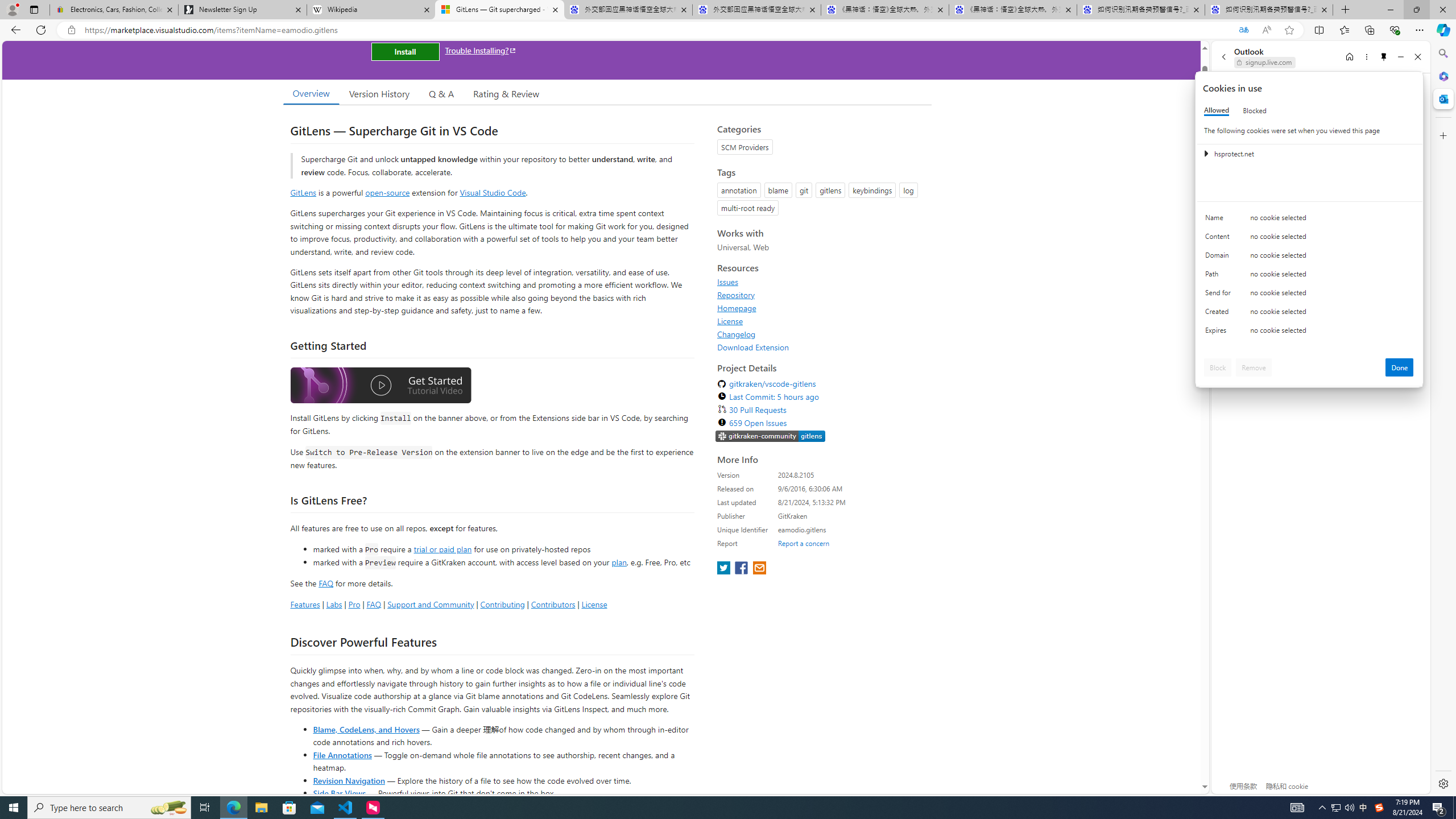 The width and height of the screenshot is (1456, 819). What do you see at coordinates (1215, 110) in the screenshot?
I see `'Allowed'` at bounding box center [1215, 110].